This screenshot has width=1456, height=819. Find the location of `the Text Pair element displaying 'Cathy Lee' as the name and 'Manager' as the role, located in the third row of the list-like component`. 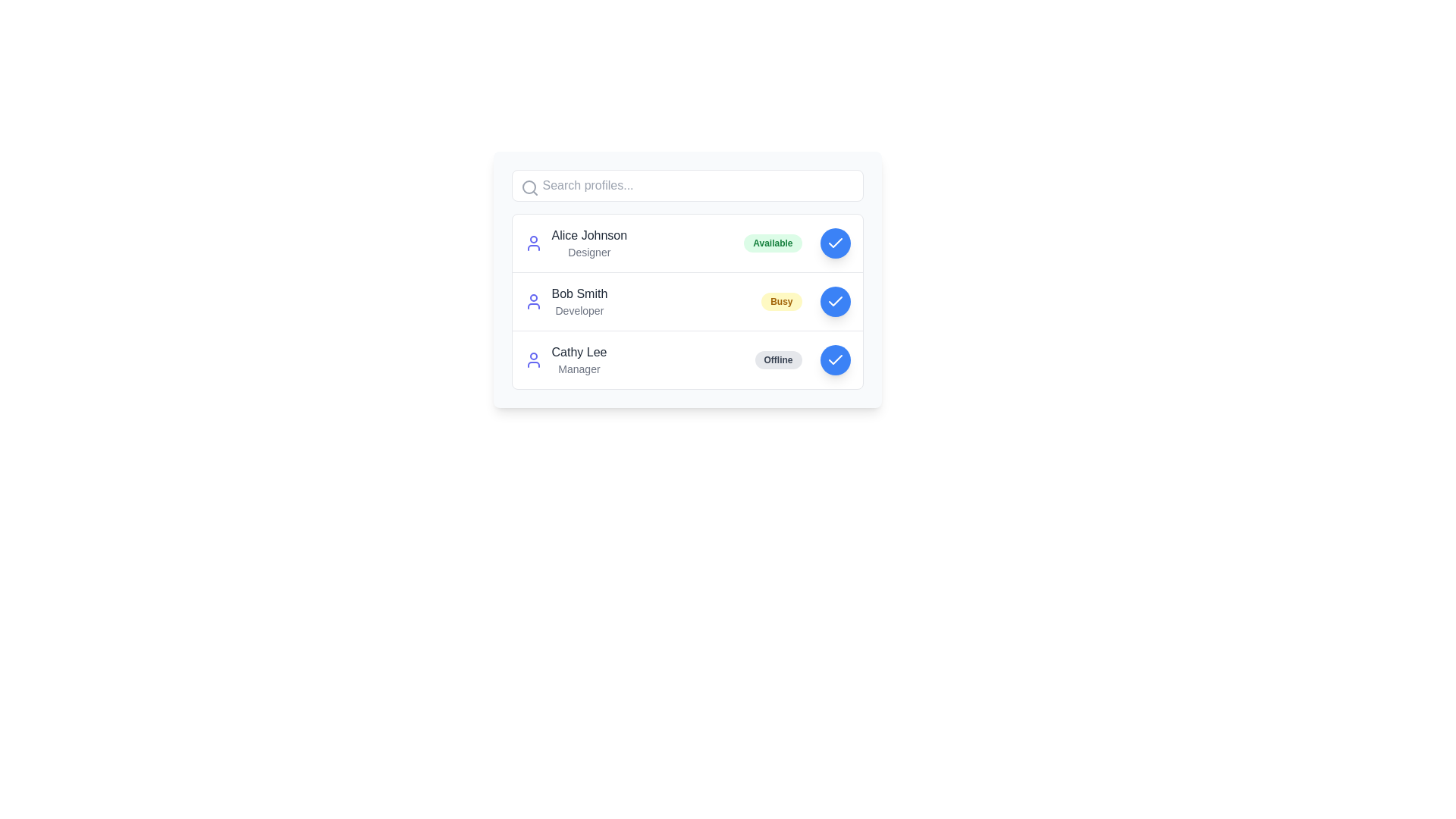

the Text Pair element displaying 'Cathy Lee' as the name and 'Manager' as the role, located in the third row of the list-like component is located at coordinates (578, 359).